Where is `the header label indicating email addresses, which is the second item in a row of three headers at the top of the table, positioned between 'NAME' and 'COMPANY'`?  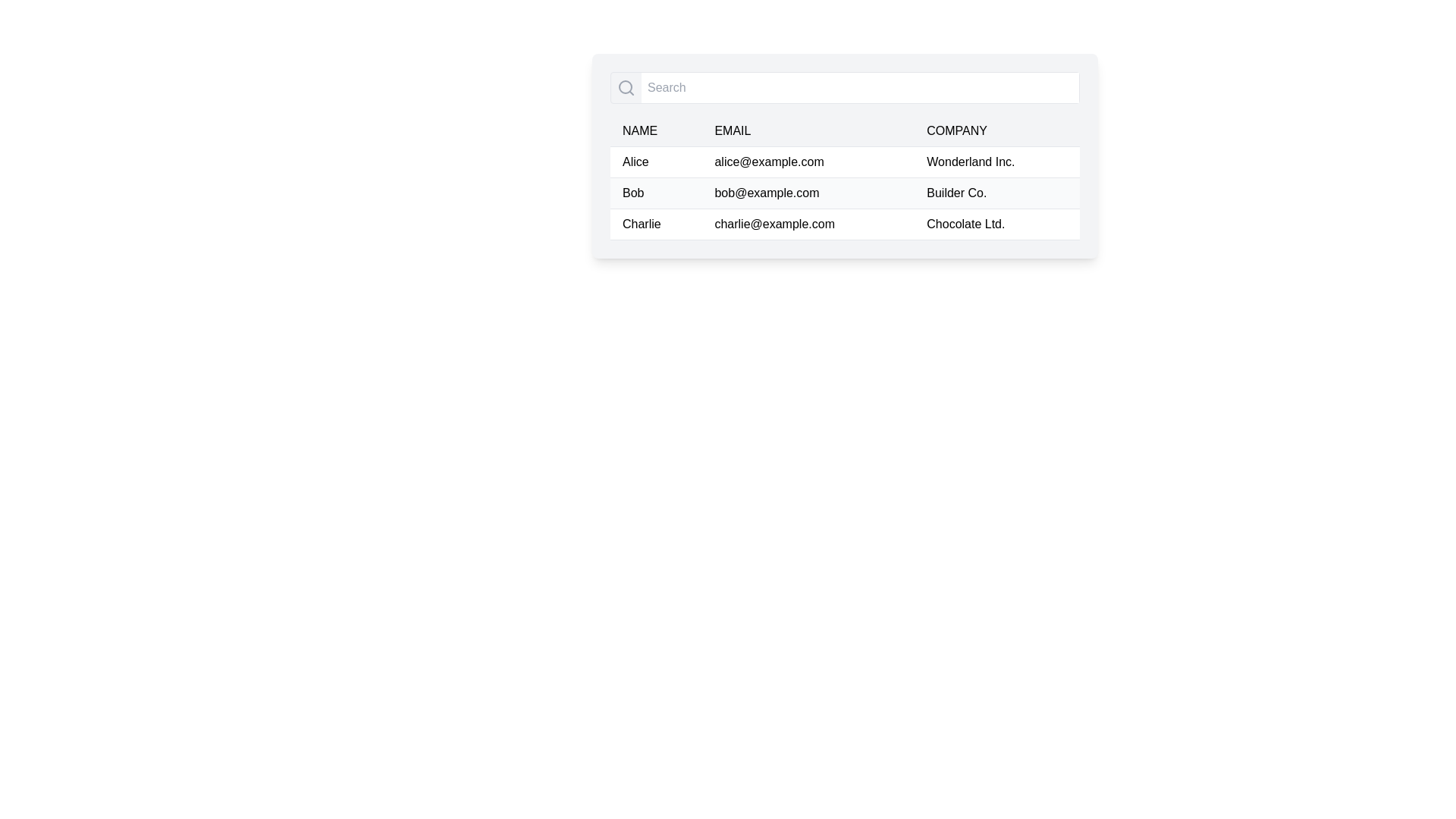 the header label indicating email addresses, which is the second item in a row of three headers at the top of the table, positioned between 'NAME' and 'COMPANY' is located at coordinates (733, 130).